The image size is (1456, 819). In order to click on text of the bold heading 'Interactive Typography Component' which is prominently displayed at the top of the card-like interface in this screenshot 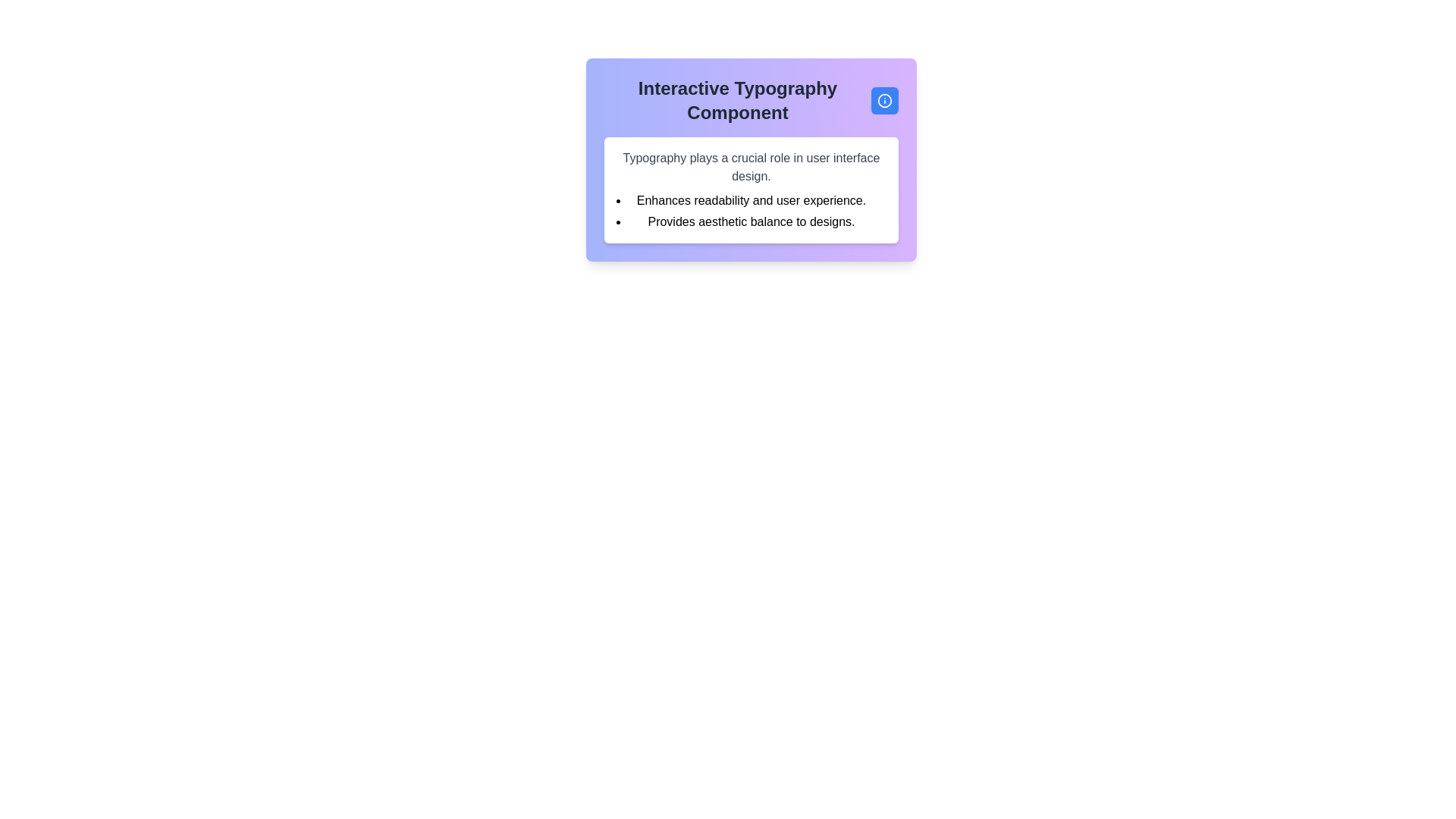, I will do `click(738, 100)`.